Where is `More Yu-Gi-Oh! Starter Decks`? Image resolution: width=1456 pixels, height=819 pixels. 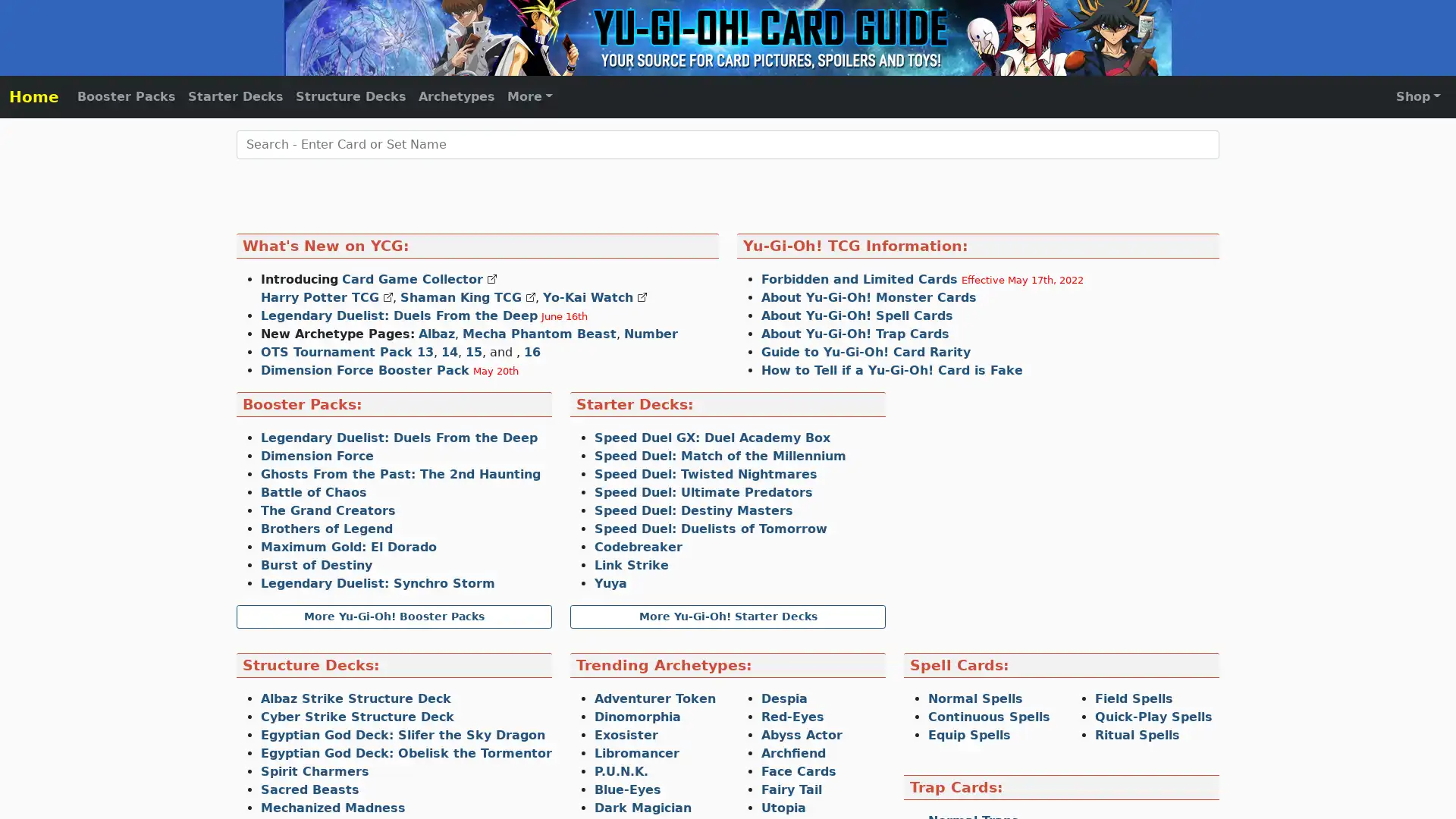
More Yu-Gi-Oh! Starter Decks is located at coordinates (728, 617).